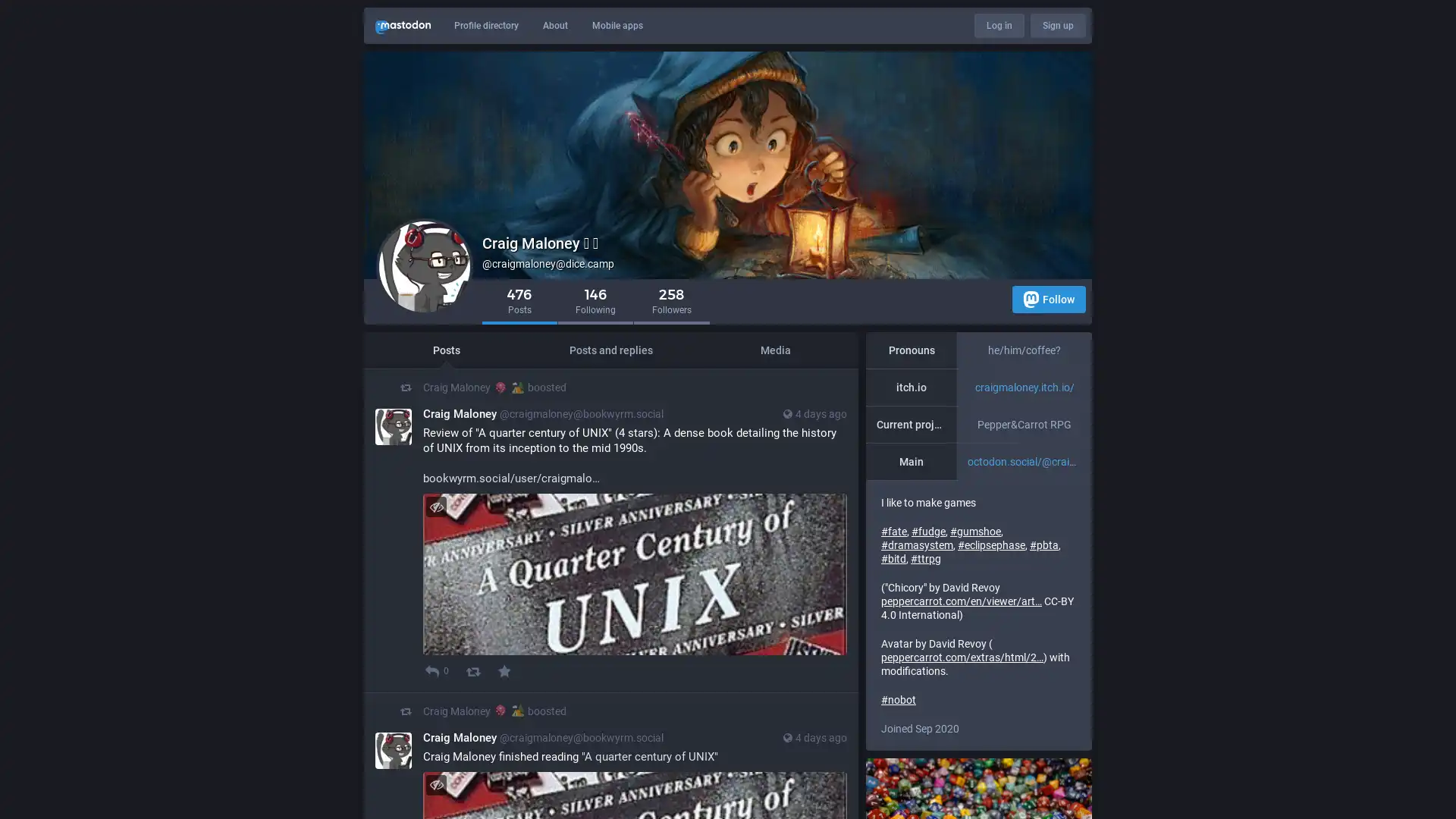 The image size is (1456, 819). I want to click on Hide image, so click(435, 507).